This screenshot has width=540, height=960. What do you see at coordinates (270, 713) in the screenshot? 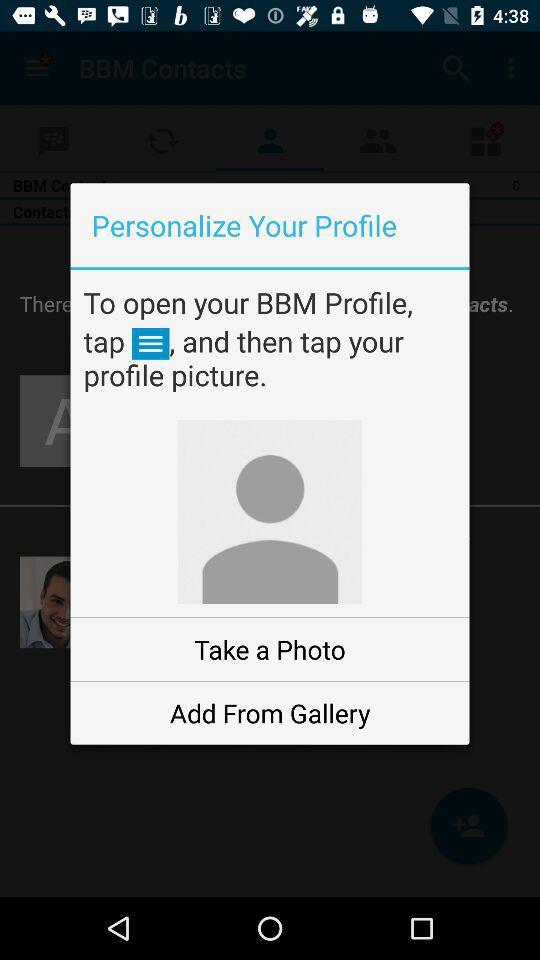
I see `the add from gallery item` at bounding box center [270, 713].